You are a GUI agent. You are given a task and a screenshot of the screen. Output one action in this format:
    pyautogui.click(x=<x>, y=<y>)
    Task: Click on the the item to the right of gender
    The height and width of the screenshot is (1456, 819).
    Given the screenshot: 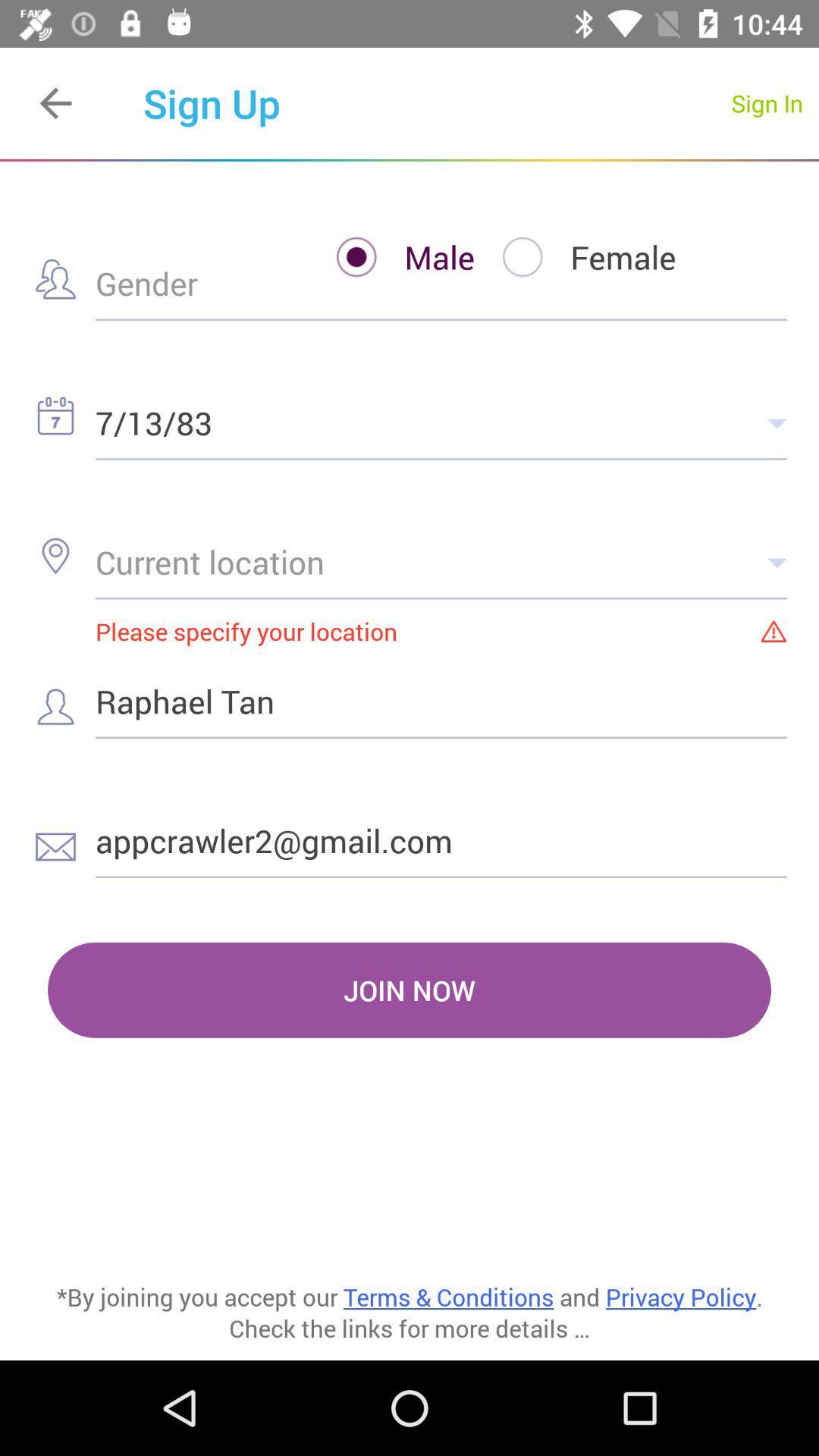 What is the action you would take?
    pyautogui.click(x=391, y=257)
    